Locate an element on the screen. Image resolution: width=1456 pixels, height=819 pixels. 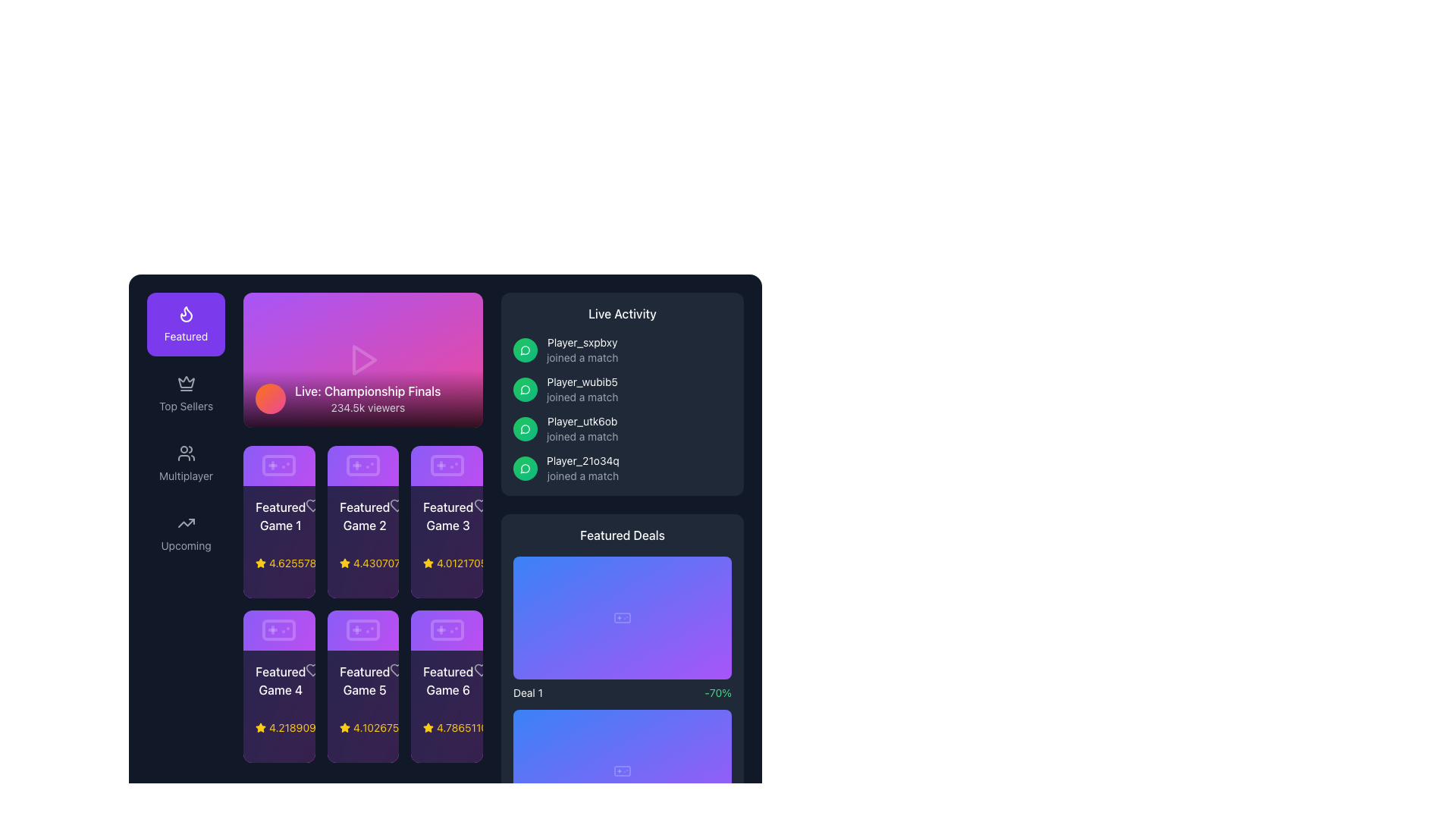
the 'Featured Game 5' informational card located in the middle column of the second row is located at coordinates (362, 686).